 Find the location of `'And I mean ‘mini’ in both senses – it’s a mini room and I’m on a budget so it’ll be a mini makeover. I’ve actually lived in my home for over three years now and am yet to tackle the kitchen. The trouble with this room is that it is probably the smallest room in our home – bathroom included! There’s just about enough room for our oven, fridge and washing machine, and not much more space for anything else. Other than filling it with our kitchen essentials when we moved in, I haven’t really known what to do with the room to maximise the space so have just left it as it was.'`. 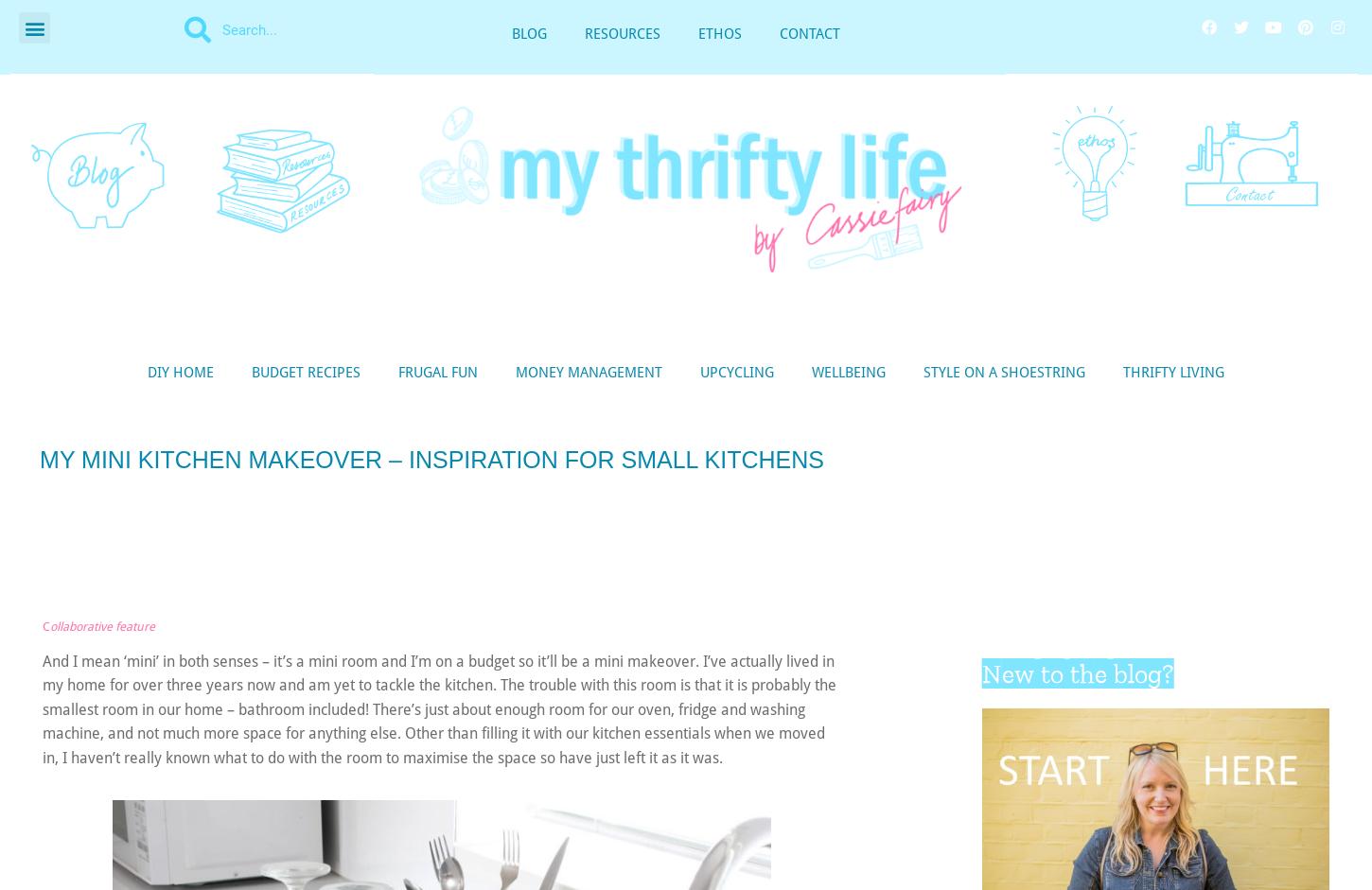

'And I mean ‘mini’ in both senses – it’s a mini room and I’m on a budget so it’ll be a mini makeover. I’ve actually lived in my home for over three years now and am yet to tackle the kitchen. The trouble with this room is that it is probably the smallest room in our home – bathroom included! There’s just about enough room for our oven, fridge and washing machine, and not much more space for anything else. Other than filling it with our kitchen essentials when we moved in, I haven’t really known what to do with the room to maximise the space so have just left it as it was.' is located at coordinates (438, 707).